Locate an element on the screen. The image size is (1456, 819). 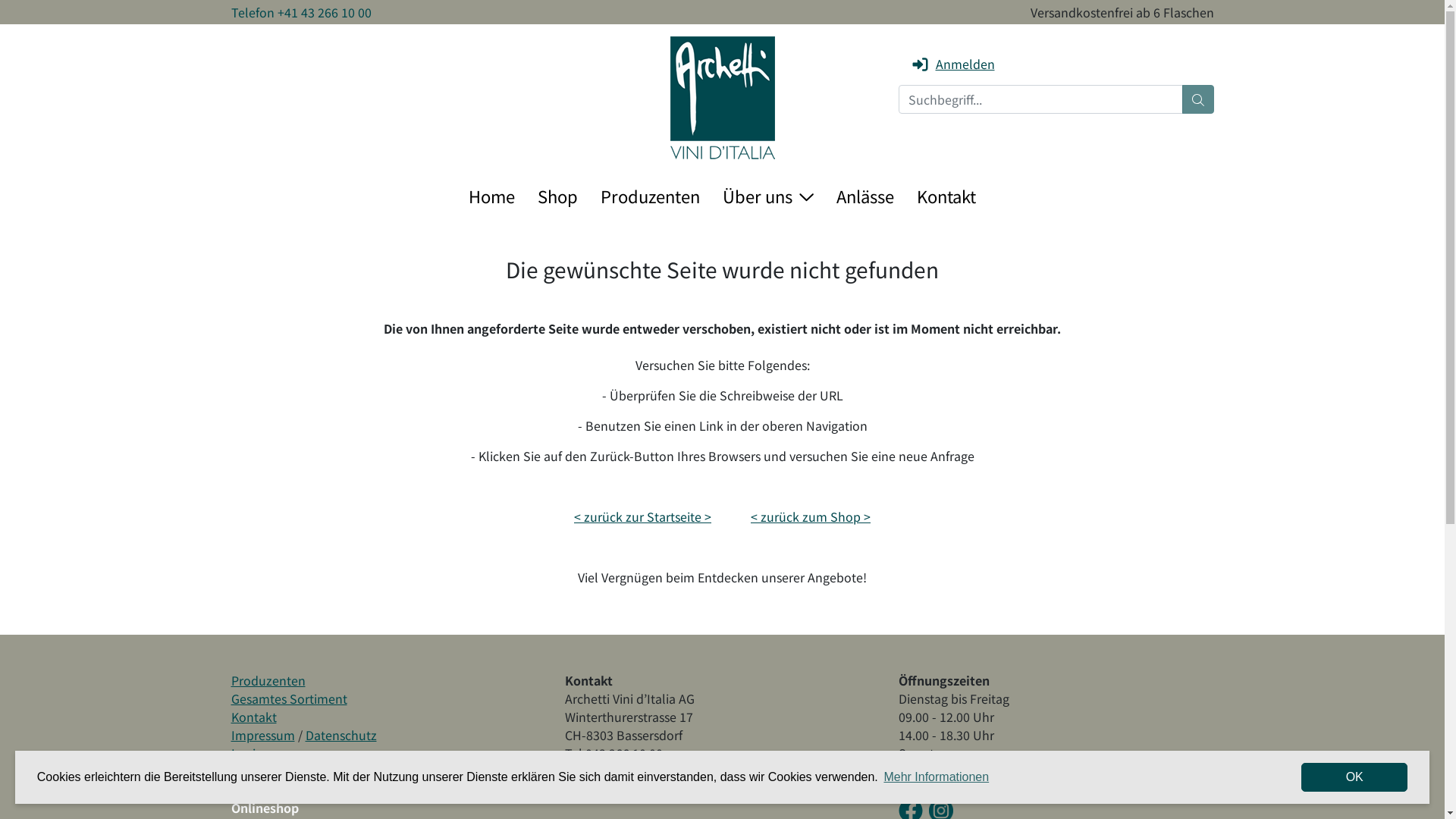
'Gesamtes Sortiment' is located at coordinates (229, 698).